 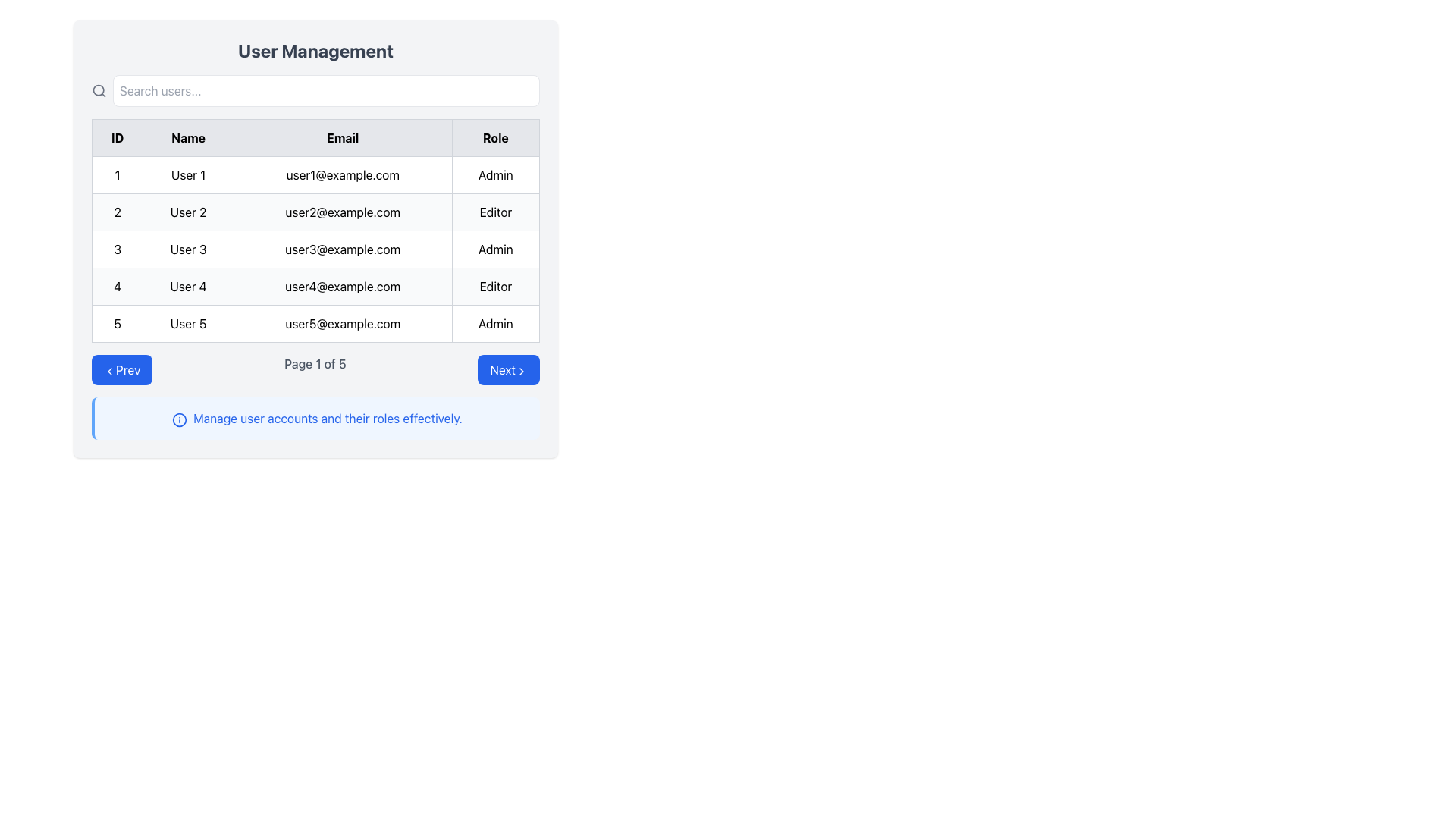 I want to click on the gray magnifying glass icon located at the leftmost position of the search input bar in the 'User Management' section, which is associated with search functionality, so click(x=98, y=90).